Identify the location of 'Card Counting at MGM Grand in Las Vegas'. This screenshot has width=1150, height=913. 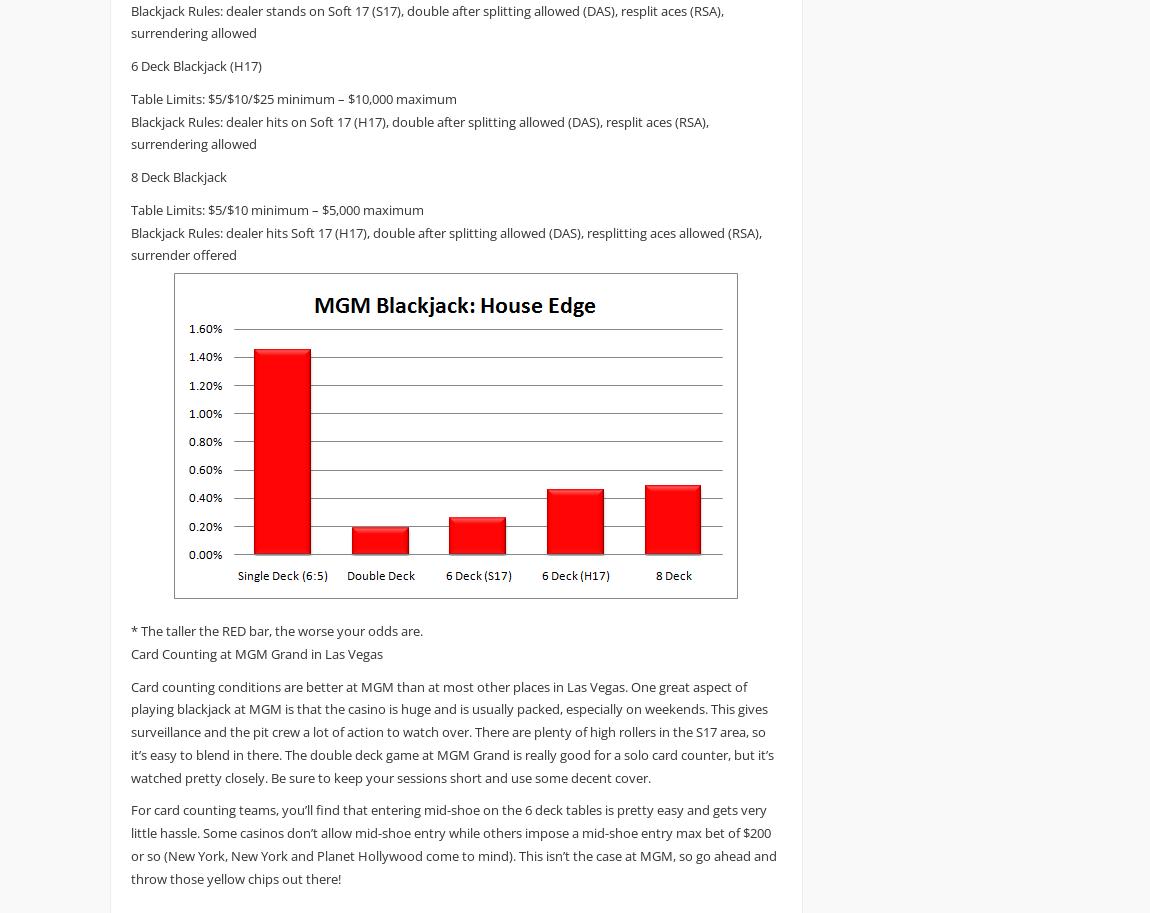
(256, 651).